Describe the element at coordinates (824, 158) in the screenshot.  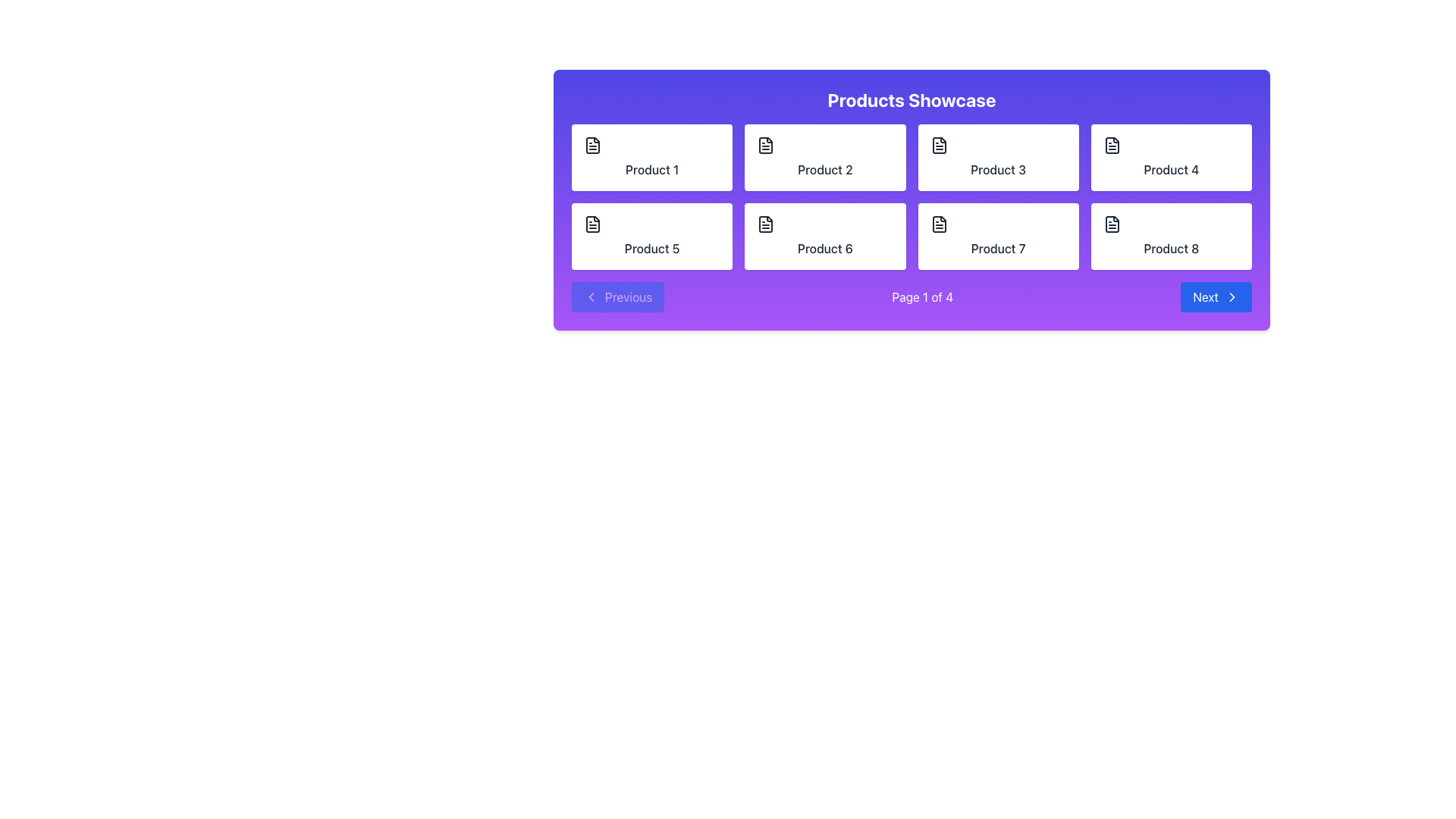
I see `the Display Card labeled 'Product 2' located in the second column of the first row in the 'Products Showcase' section` at that location.